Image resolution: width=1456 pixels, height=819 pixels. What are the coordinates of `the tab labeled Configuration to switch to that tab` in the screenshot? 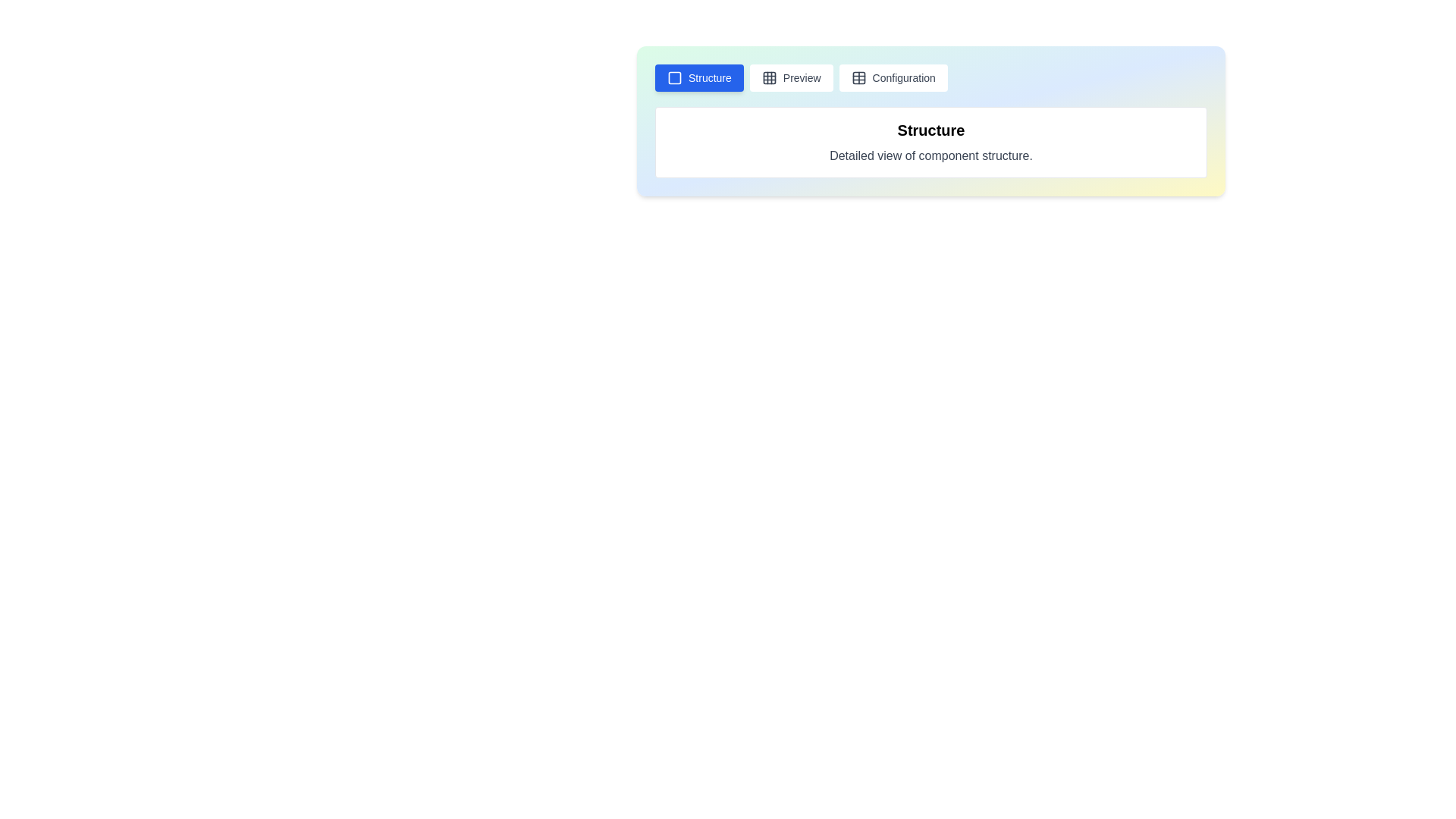 It's located at (893, 78).